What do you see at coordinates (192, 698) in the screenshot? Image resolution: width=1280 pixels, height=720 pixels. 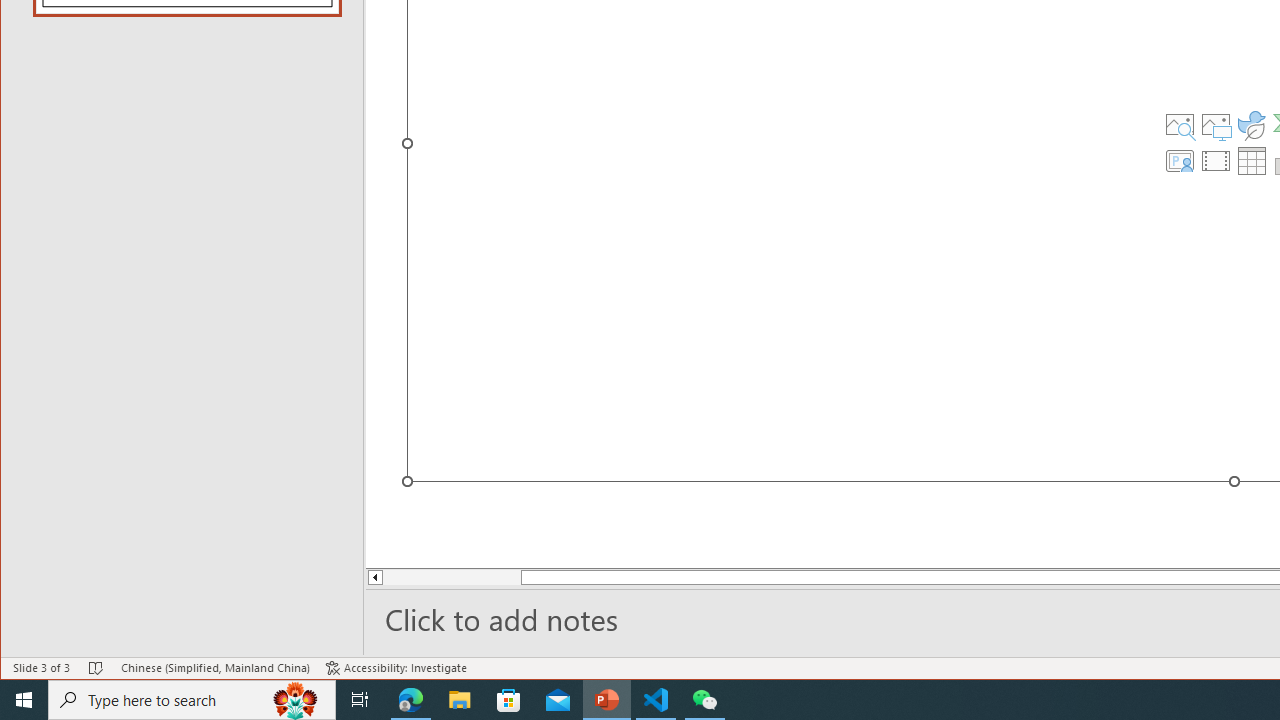 I see `'Type here to search'` at bounding box center [192, 698].